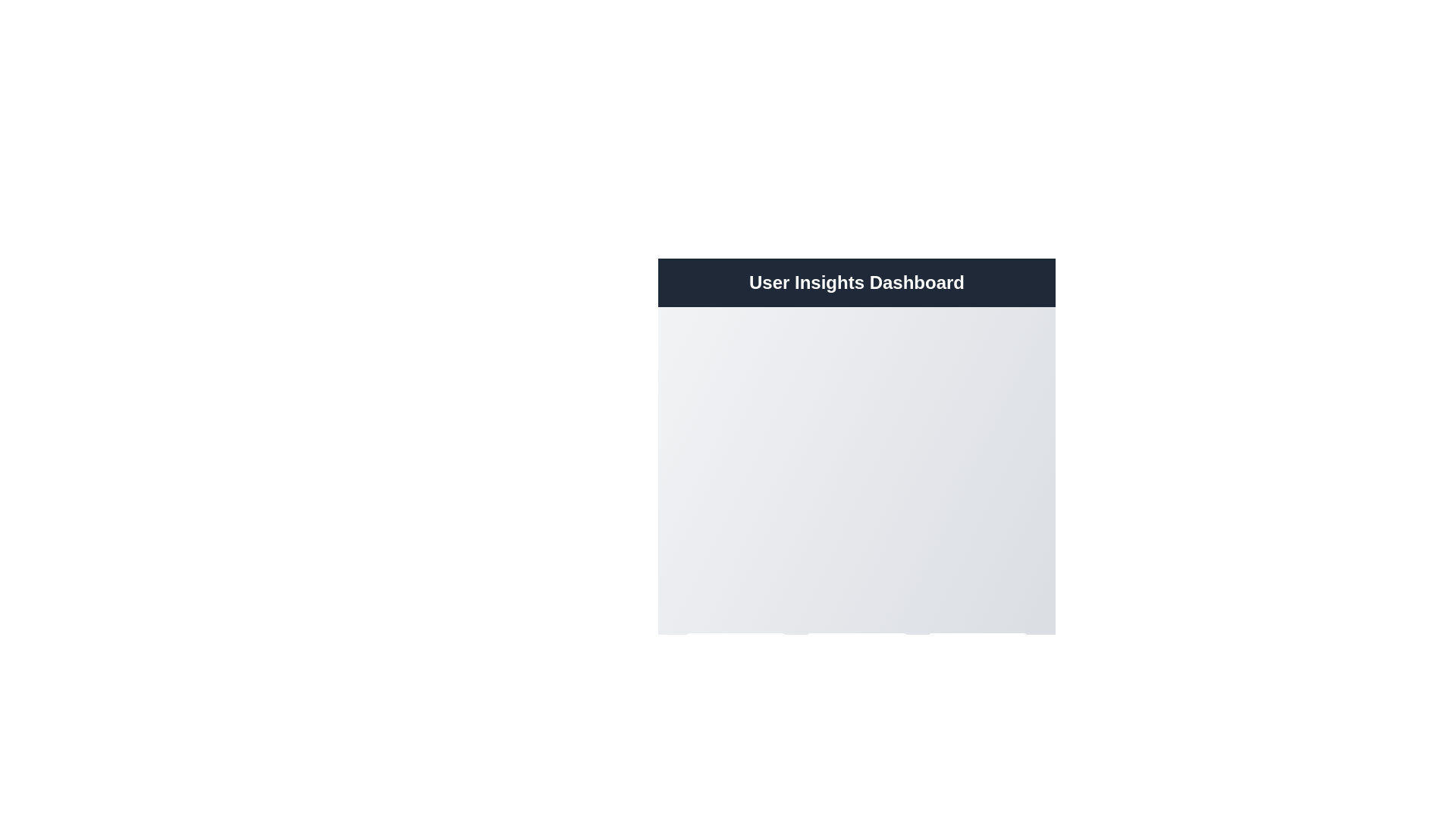 The width and height of the screenshot is (1456, 819). What do you see at coordinates (977, 670) in the screenshot?
I see `the 'Reports' card located at the bottom-right of the interface for keyboard navigation` at bounding box center [977, 670].